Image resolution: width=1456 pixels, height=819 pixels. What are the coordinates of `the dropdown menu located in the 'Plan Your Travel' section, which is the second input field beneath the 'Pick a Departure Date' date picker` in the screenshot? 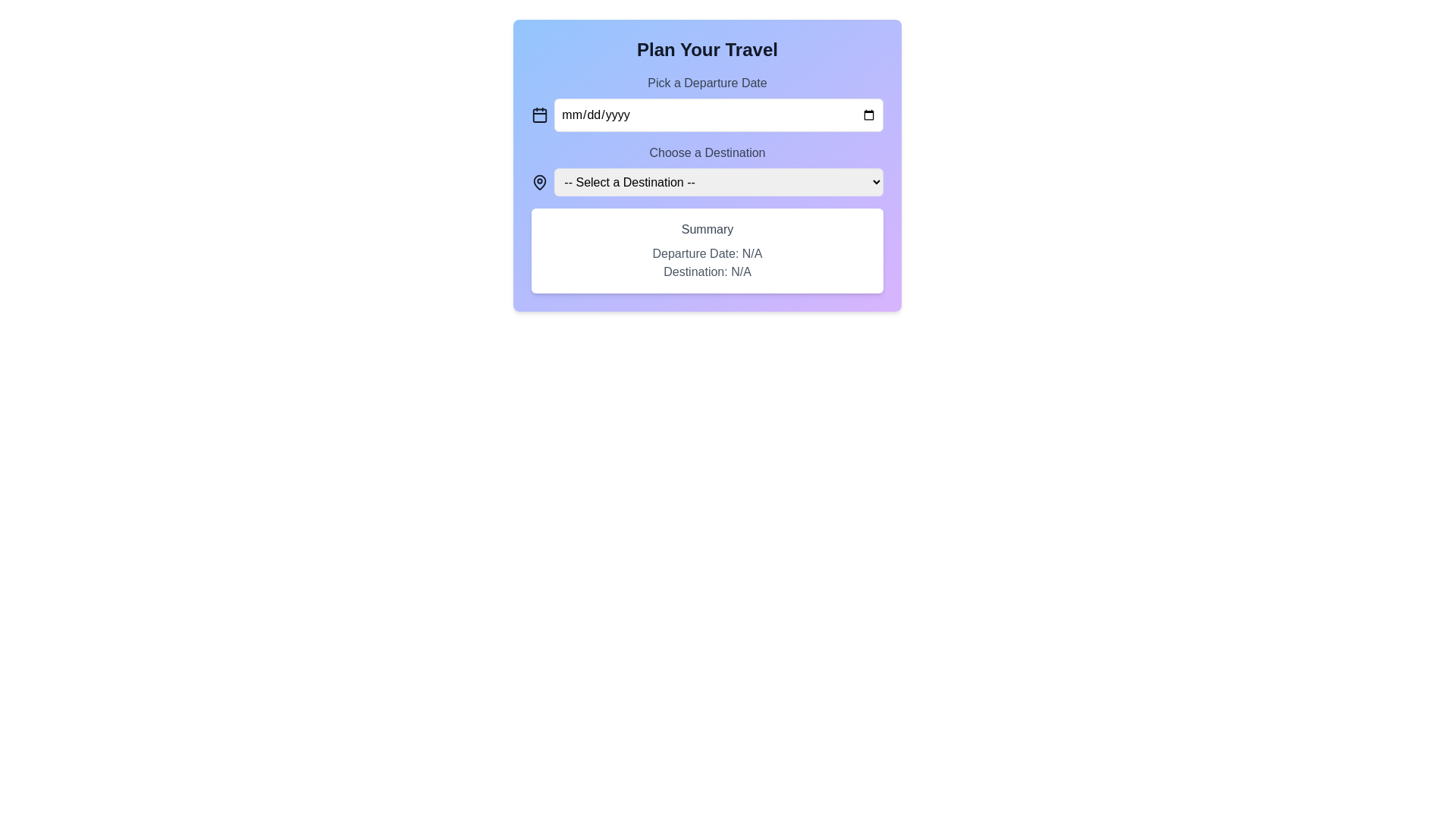 It's located at (706, 169).